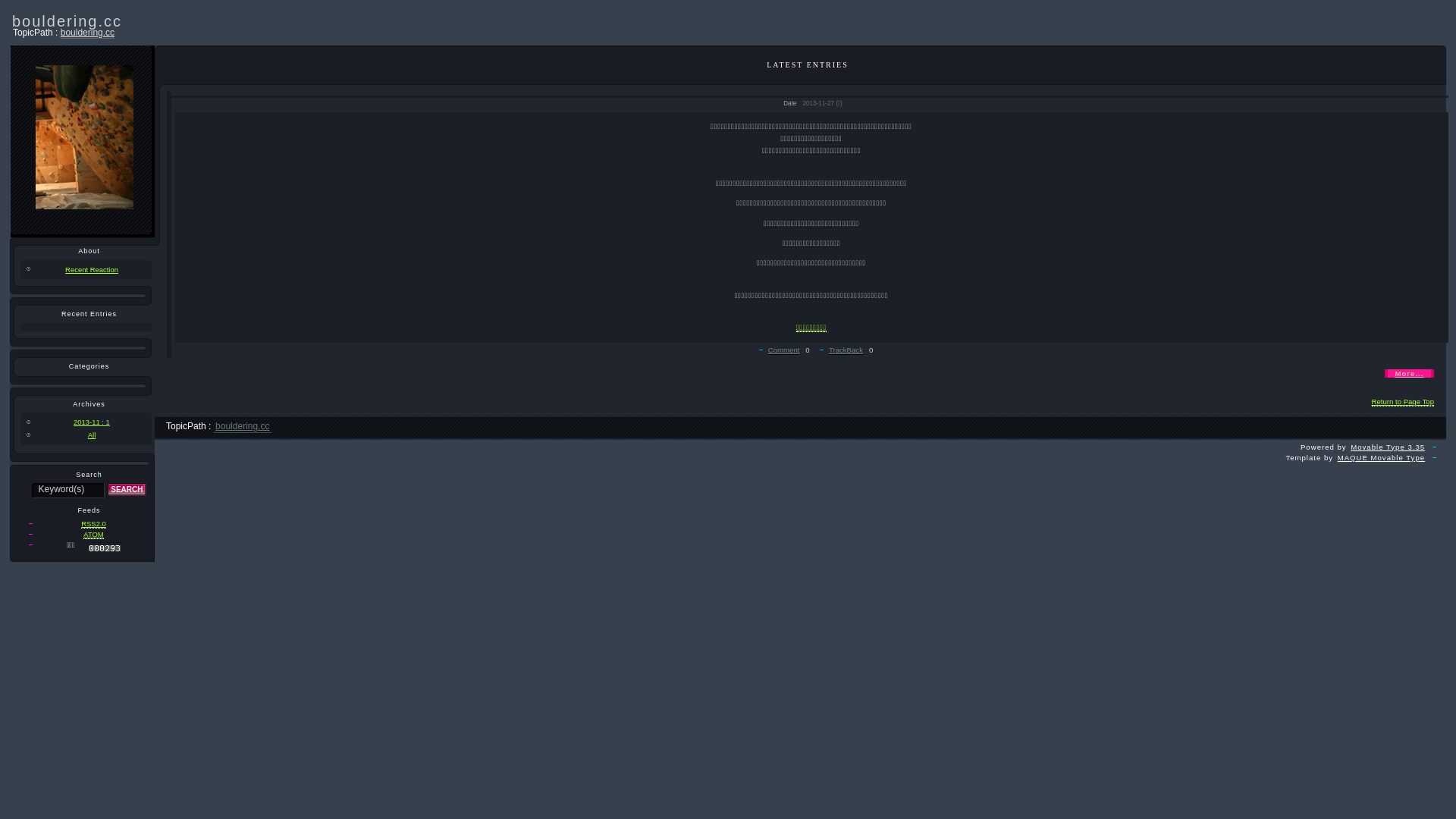 Image resolution: width=1456 pixels, height=819 pixels. I want to click on 'ATOM', so click(93, 534).